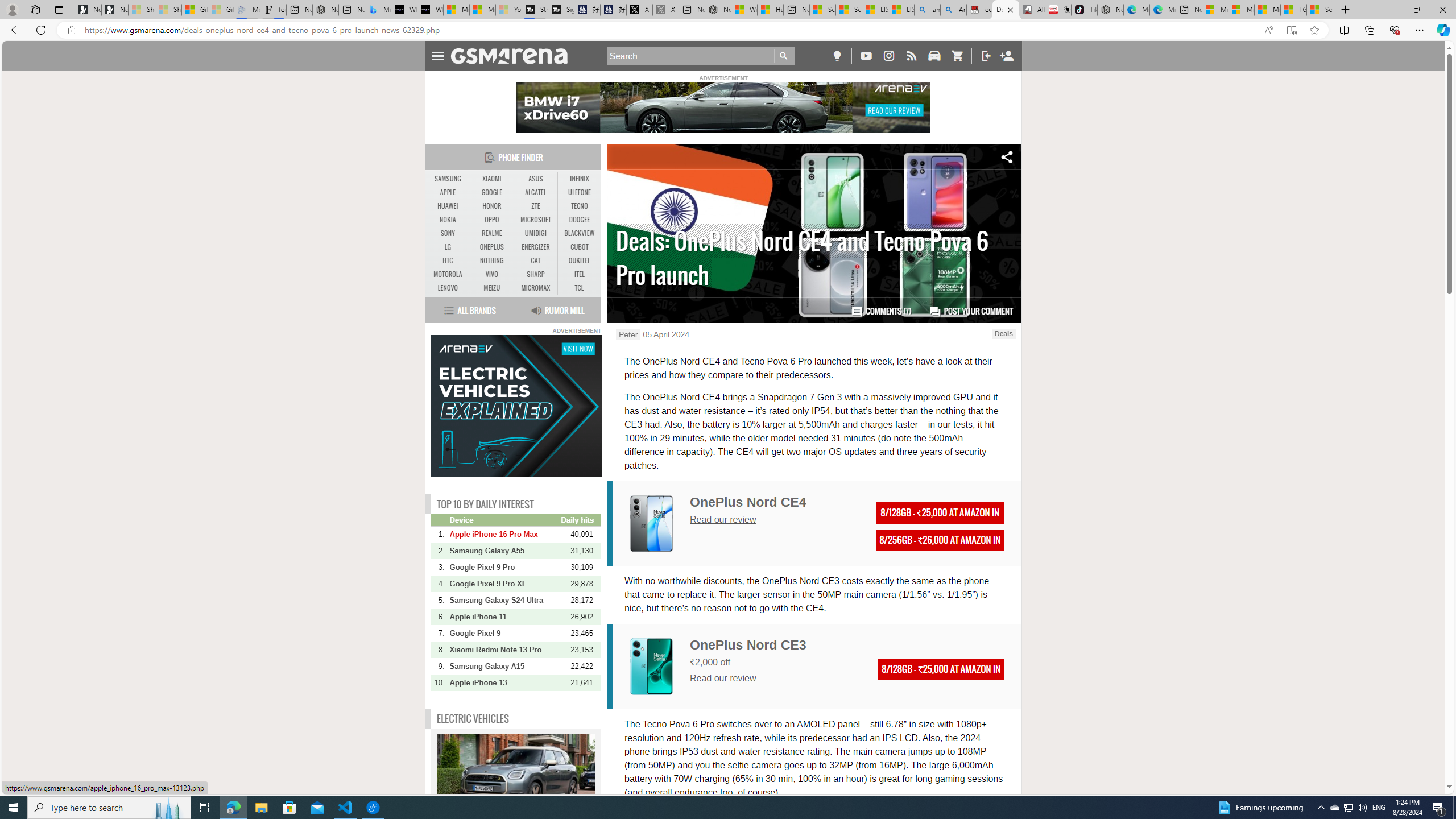 This screenshot has width=1456, height=819. Describe the element at coordinates (448, 233) in the screenshot. I see `'SONY'` at that location.